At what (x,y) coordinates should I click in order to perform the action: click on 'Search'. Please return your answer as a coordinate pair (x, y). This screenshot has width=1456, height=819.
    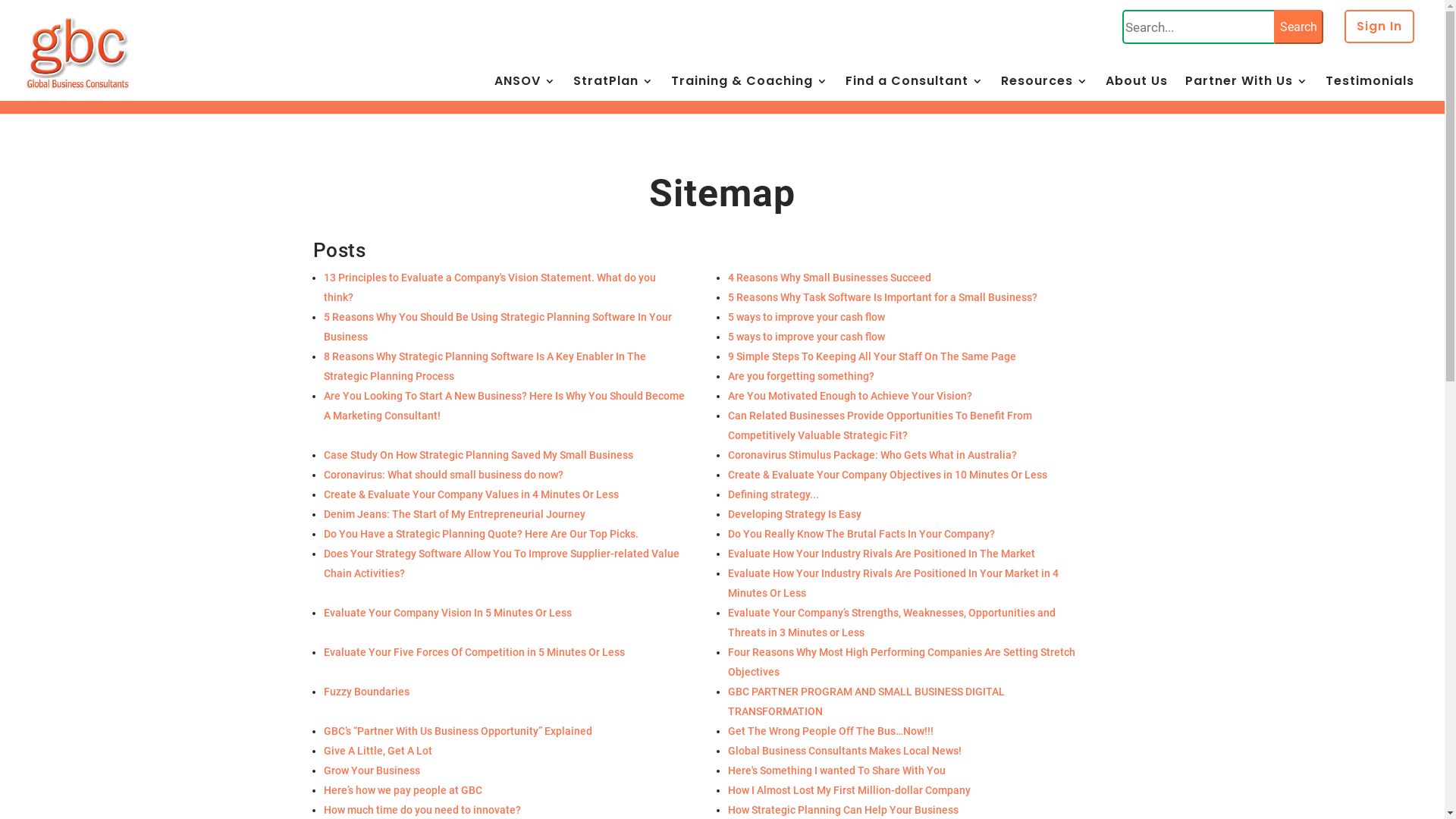
    Looking at the image, I should click on (1298, 27).